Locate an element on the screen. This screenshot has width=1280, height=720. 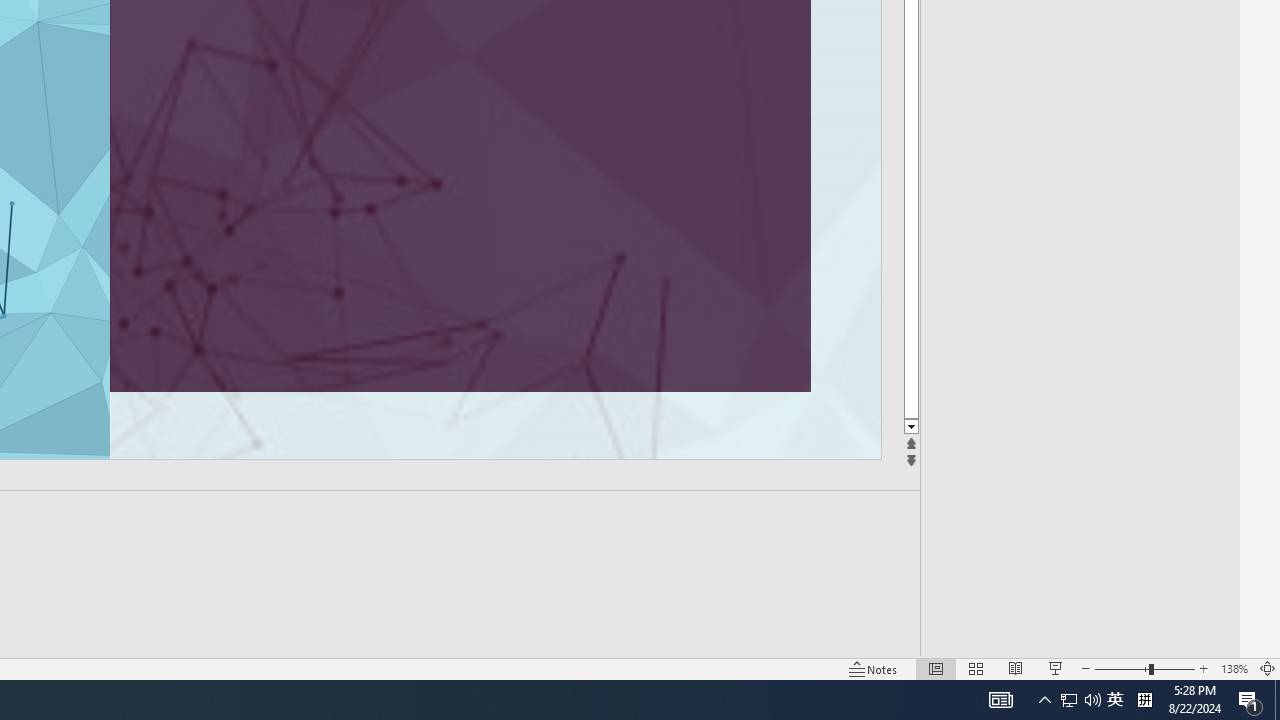
'Zoom Out' is located at coordinates (1121, 669).